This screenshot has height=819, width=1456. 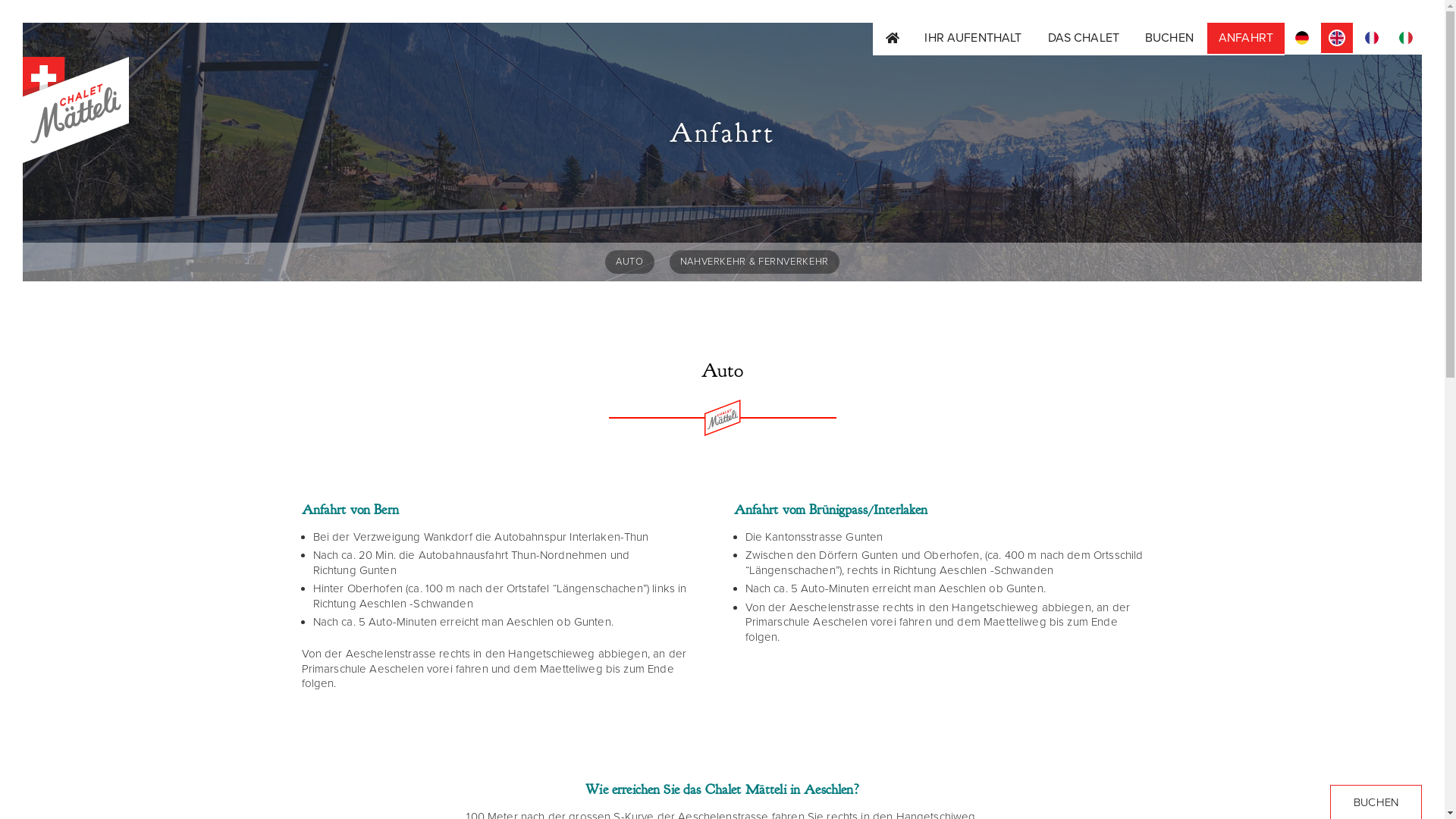 I want to click on 'ANFAHRT', so click(x=1205, y=38).